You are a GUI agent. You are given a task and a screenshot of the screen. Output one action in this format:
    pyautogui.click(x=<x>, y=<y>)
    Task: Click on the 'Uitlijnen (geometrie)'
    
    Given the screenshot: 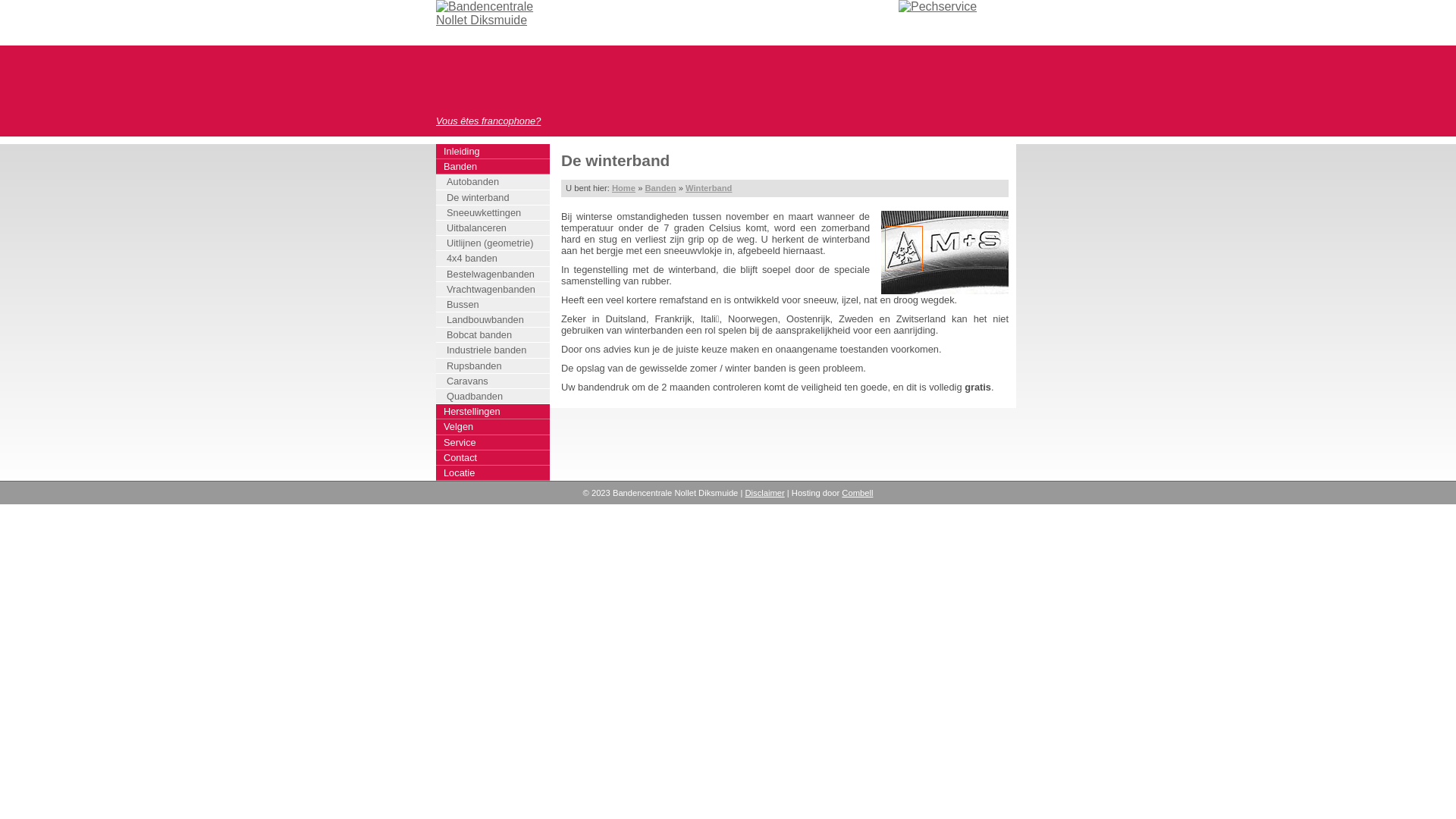 What is the action you would take?
    pyautogui.click(x=494, y=242)
    